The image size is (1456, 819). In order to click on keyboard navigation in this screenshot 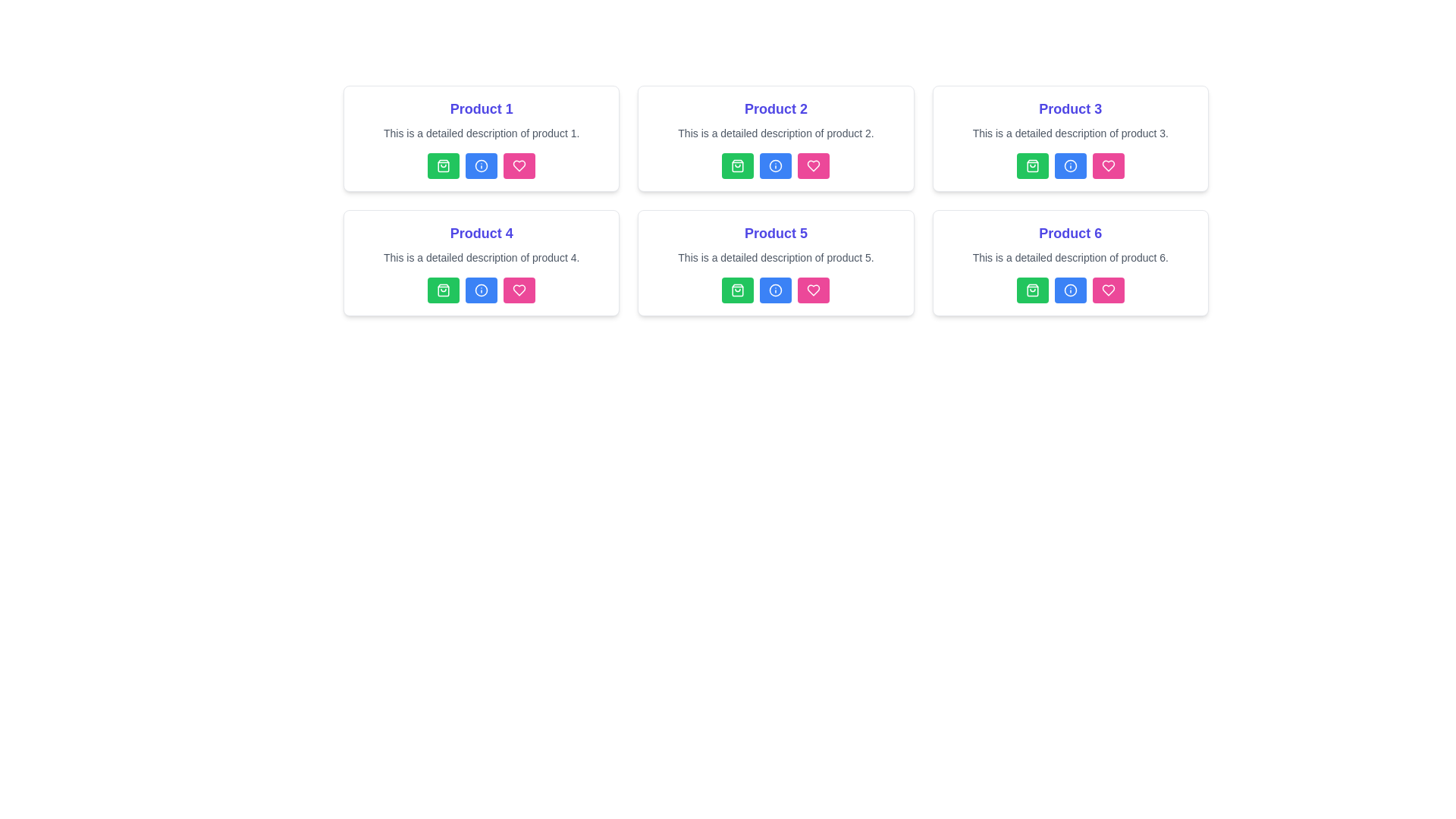, I will do `click(738, 290)`.